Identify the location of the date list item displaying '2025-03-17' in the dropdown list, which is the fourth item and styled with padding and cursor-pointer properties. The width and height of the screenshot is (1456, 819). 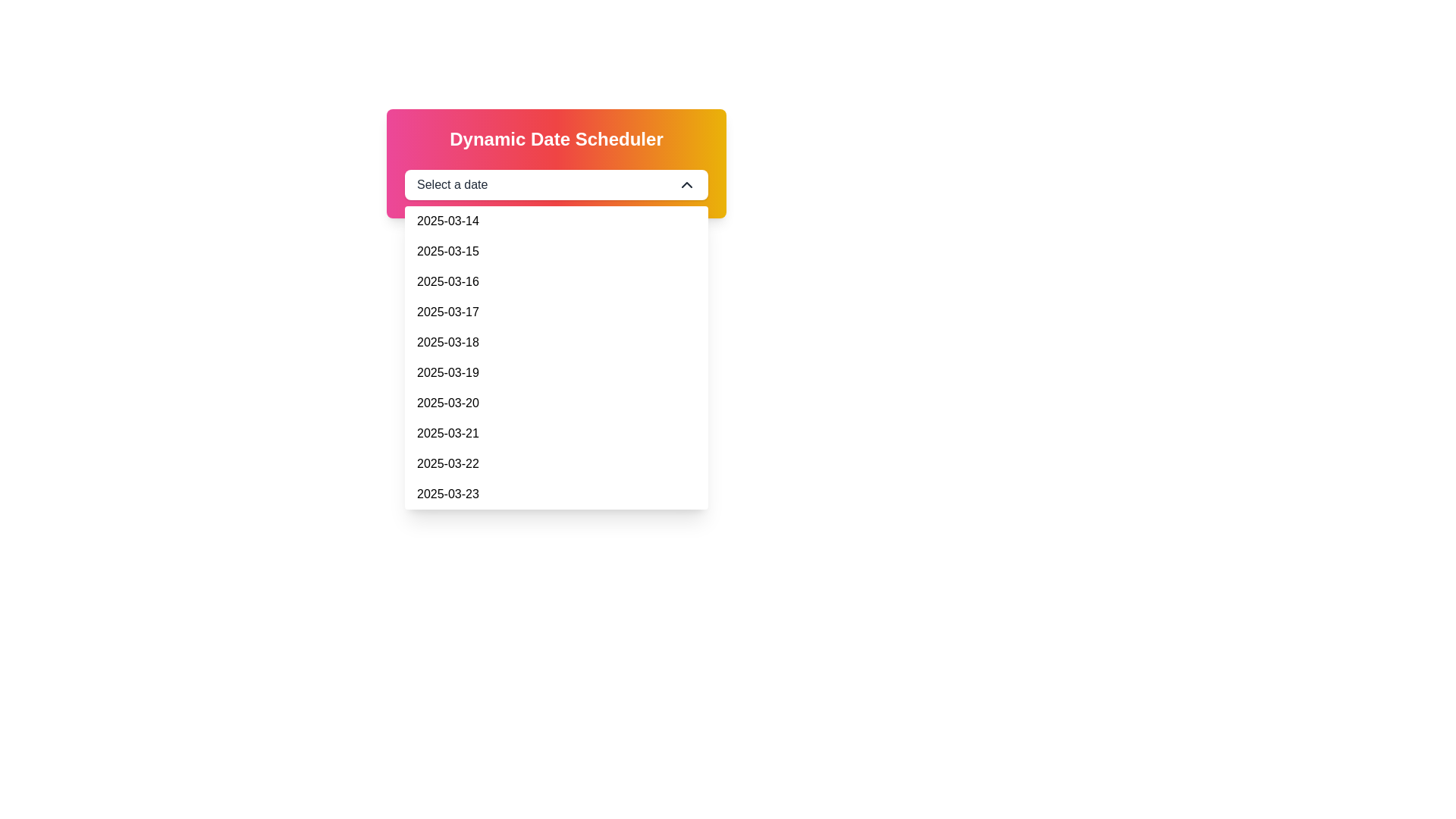
(556, 312).